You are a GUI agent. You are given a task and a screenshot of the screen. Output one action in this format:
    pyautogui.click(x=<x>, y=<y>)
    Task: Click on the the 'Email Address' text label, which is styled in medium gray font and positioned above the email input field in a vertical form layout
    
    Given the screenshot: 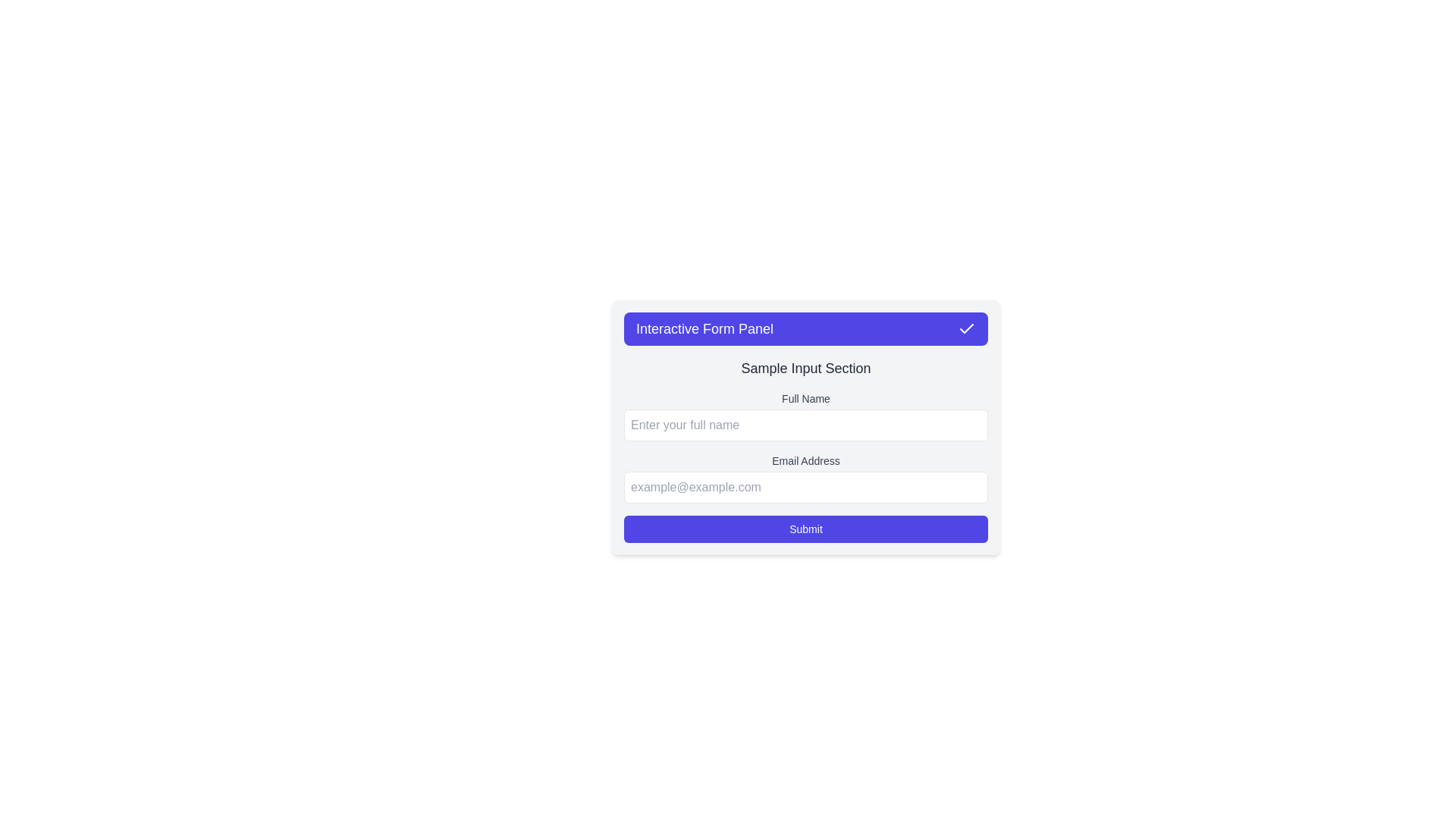 What is the action you would take?
    pyautogui.click(x=805, y=460)
    